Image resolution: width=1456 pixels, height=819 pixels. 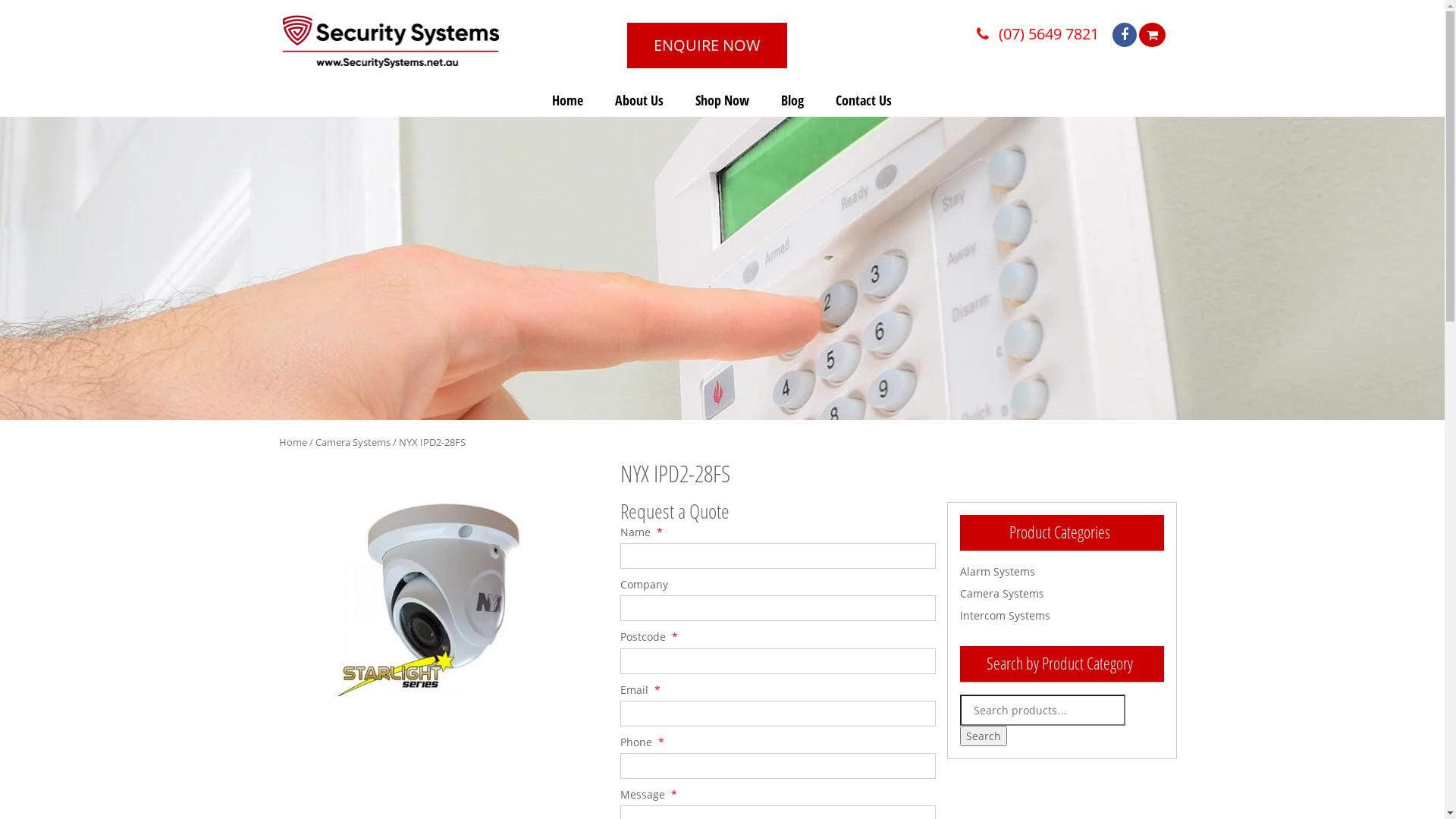 I want to click on 'Alarm Systems', so click(x=997, y=571).